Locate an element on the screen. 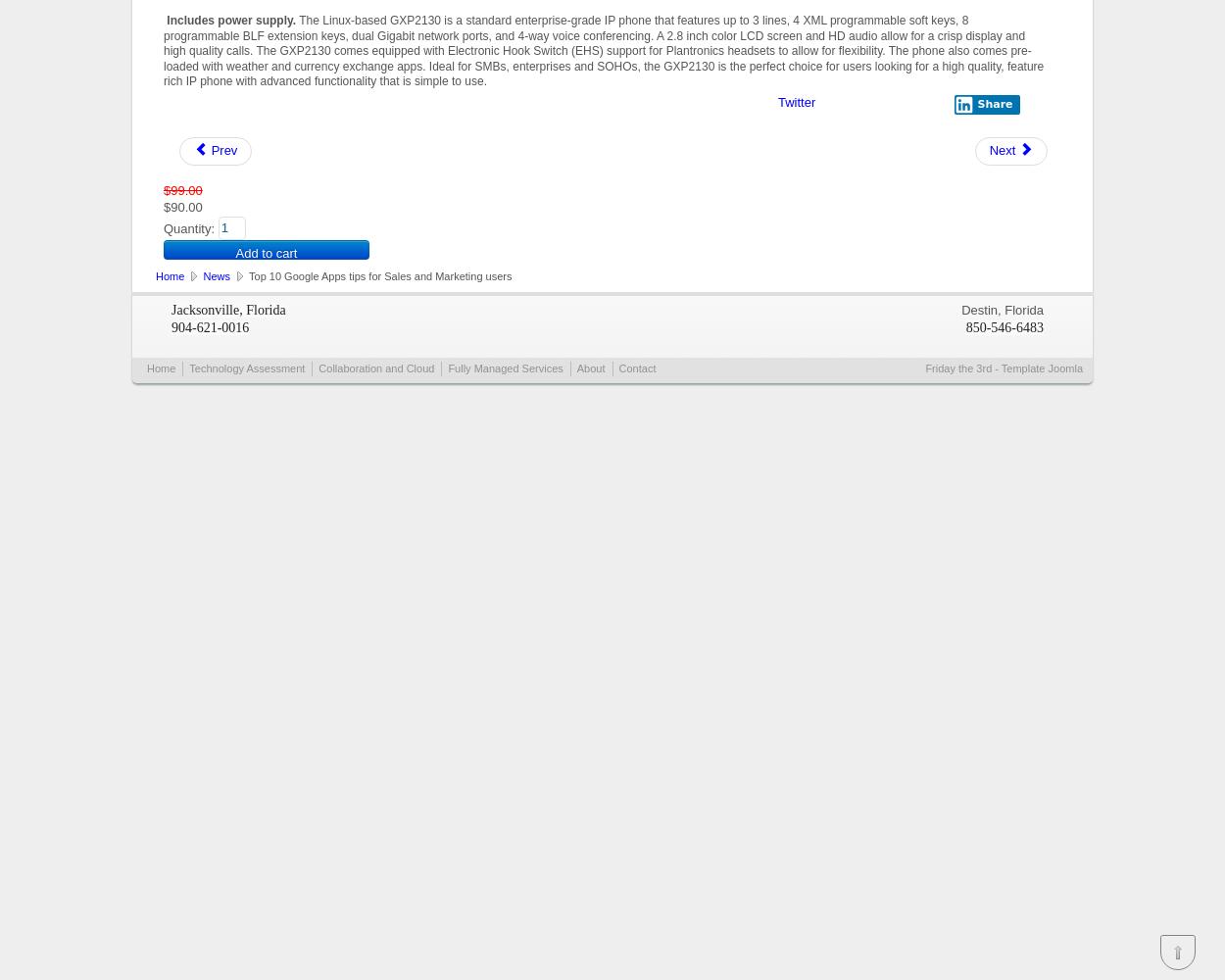 This screenshot has width=1225, height=980. 'Twitter' is located at coordinates (796, 100).